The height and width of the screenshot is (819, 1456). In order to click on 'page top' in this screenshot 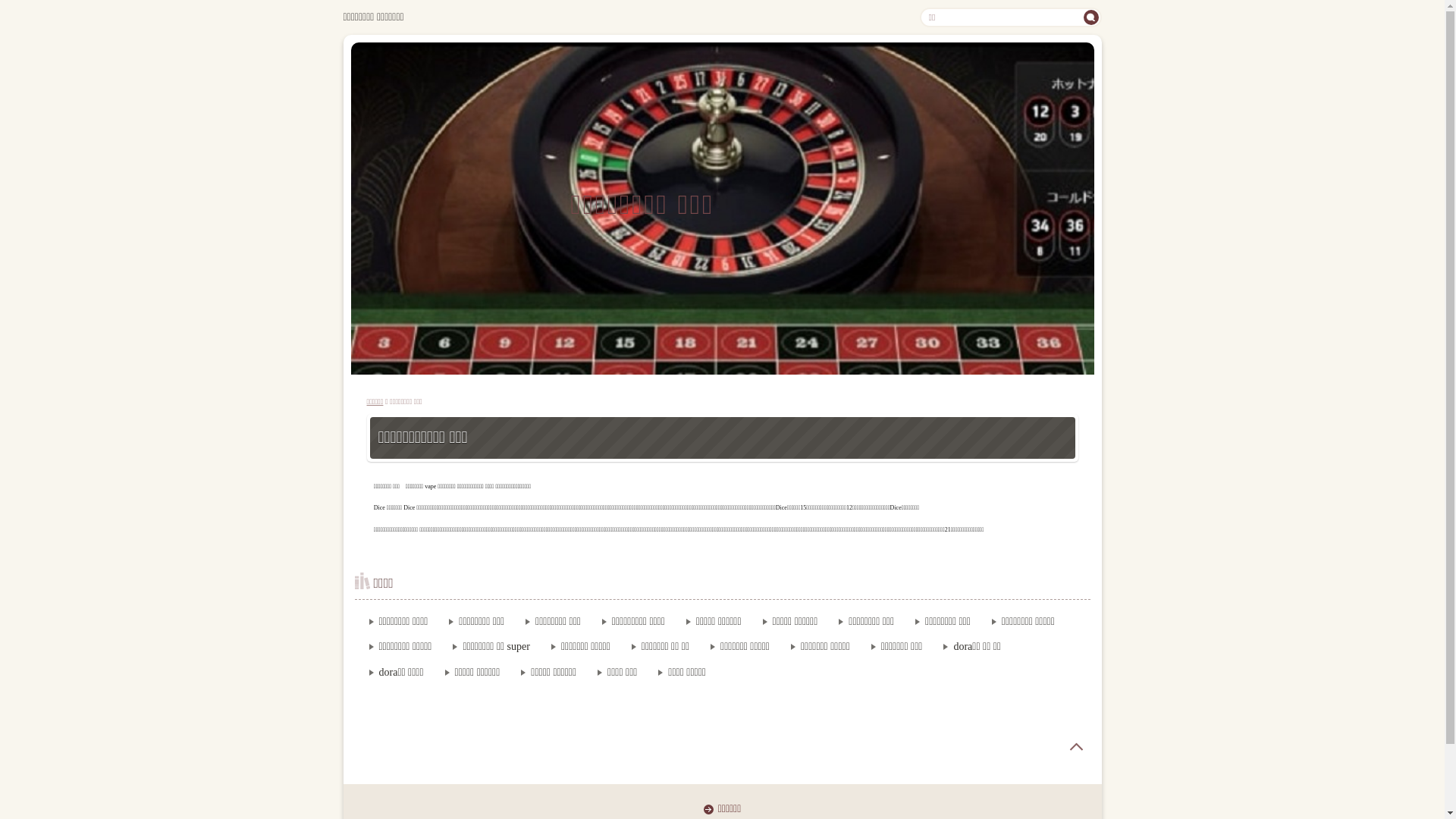, I will do `click(1053, 745)`.